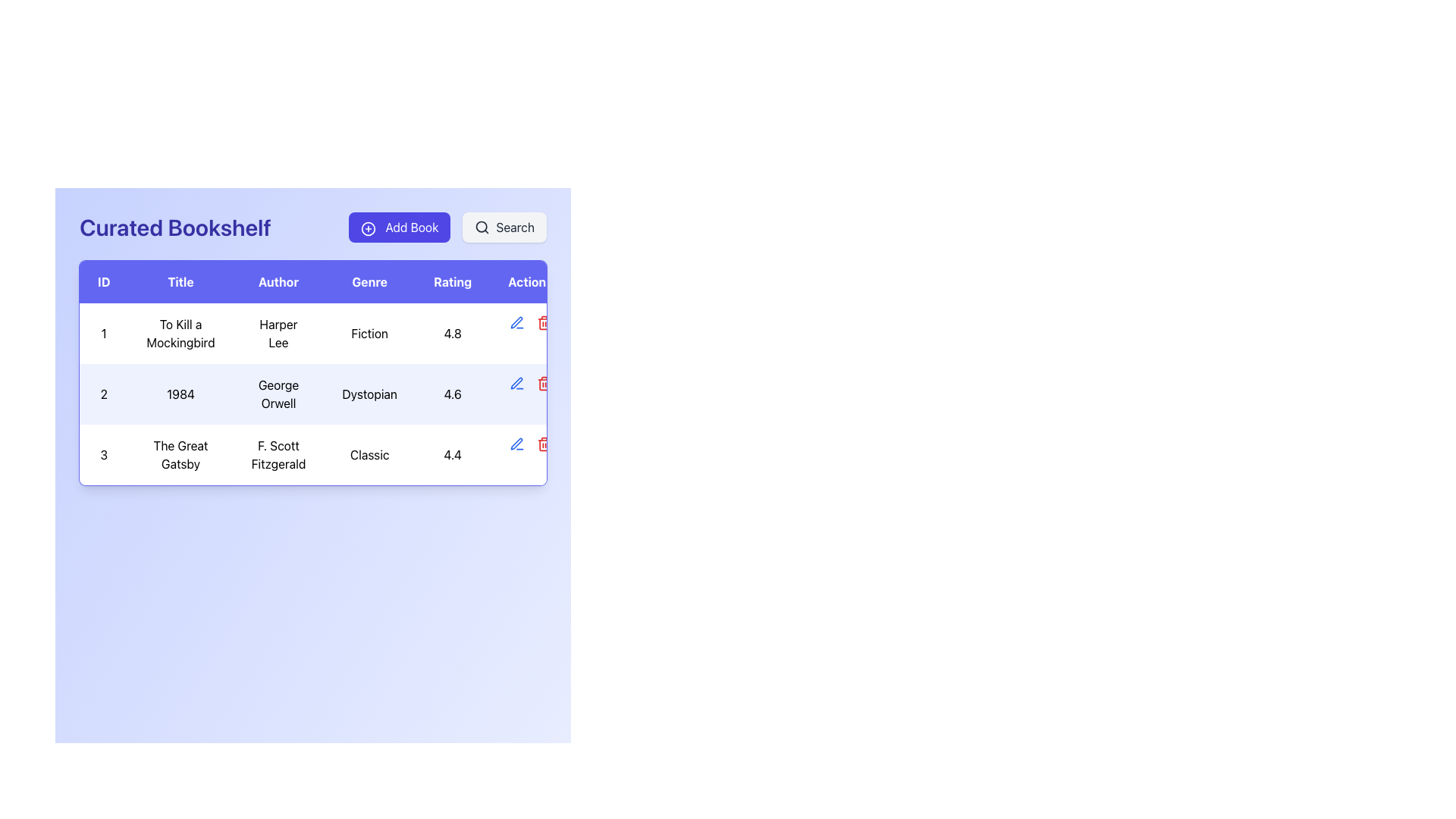 The image size is (1456, 819). What do you see at coordinates (324, 332) in the screenshot?
I see `the first row of the book table to view more details about the book, which includes its title, author, genre, and rating` at bounding box center [324, 332].